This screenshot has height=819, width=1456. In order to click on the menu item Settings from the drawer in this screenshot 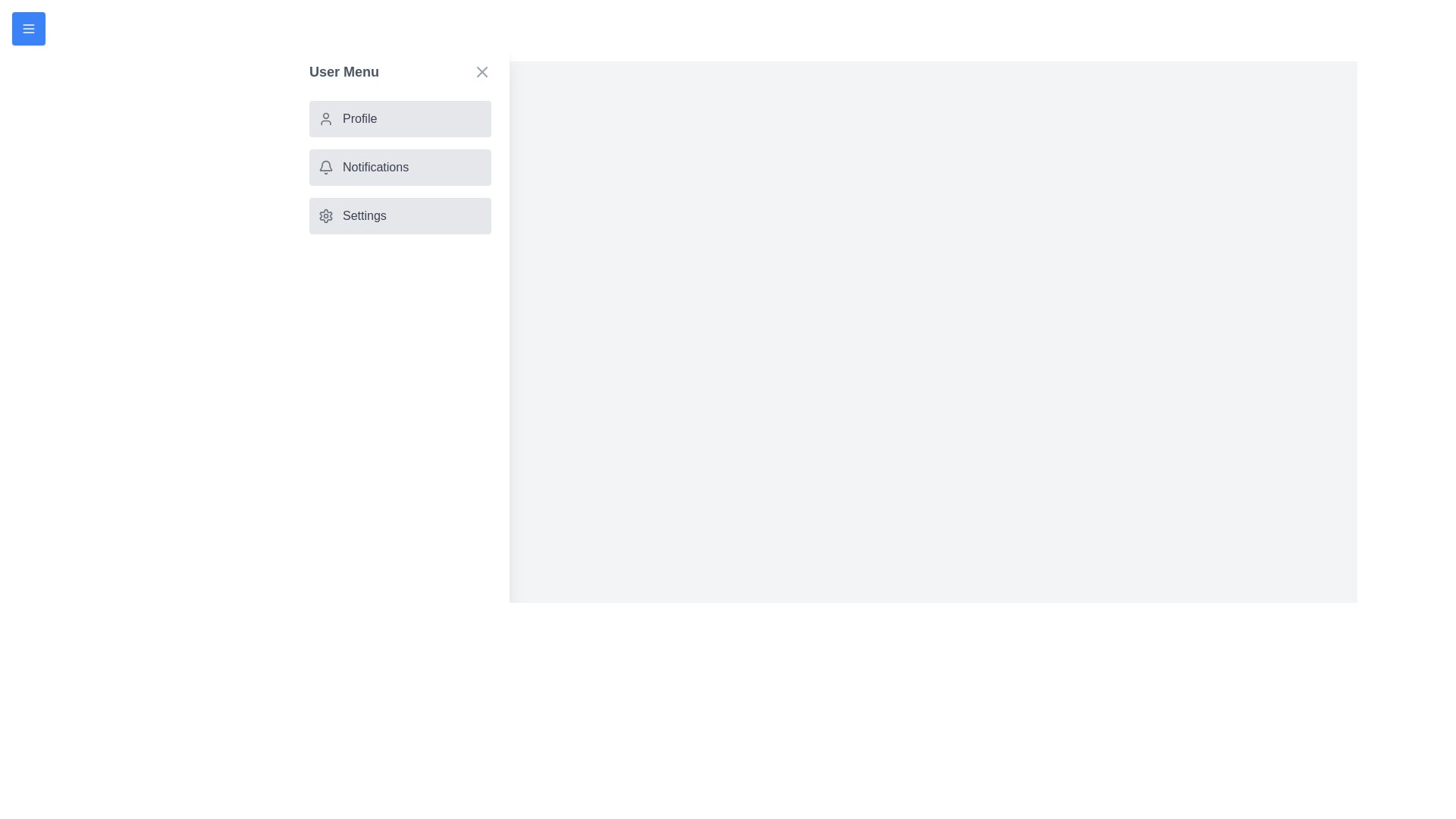, I will do `click(400, 216)`.